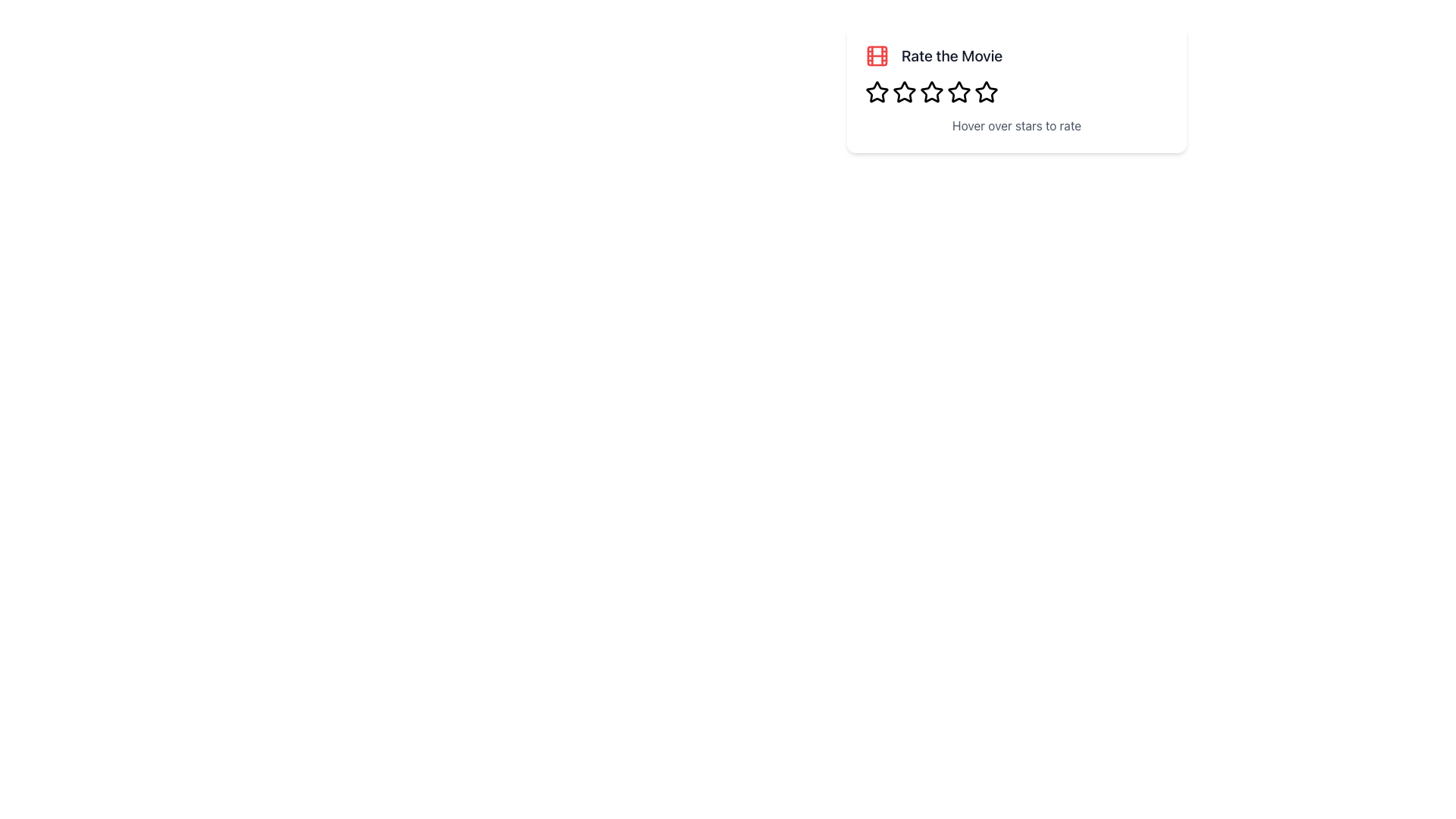  Describe the element at coordinates (959, 93) in the screenshot. I see `the fifth star-shaped icon in the rating component below the 'Rate the Movie' label` at that location.